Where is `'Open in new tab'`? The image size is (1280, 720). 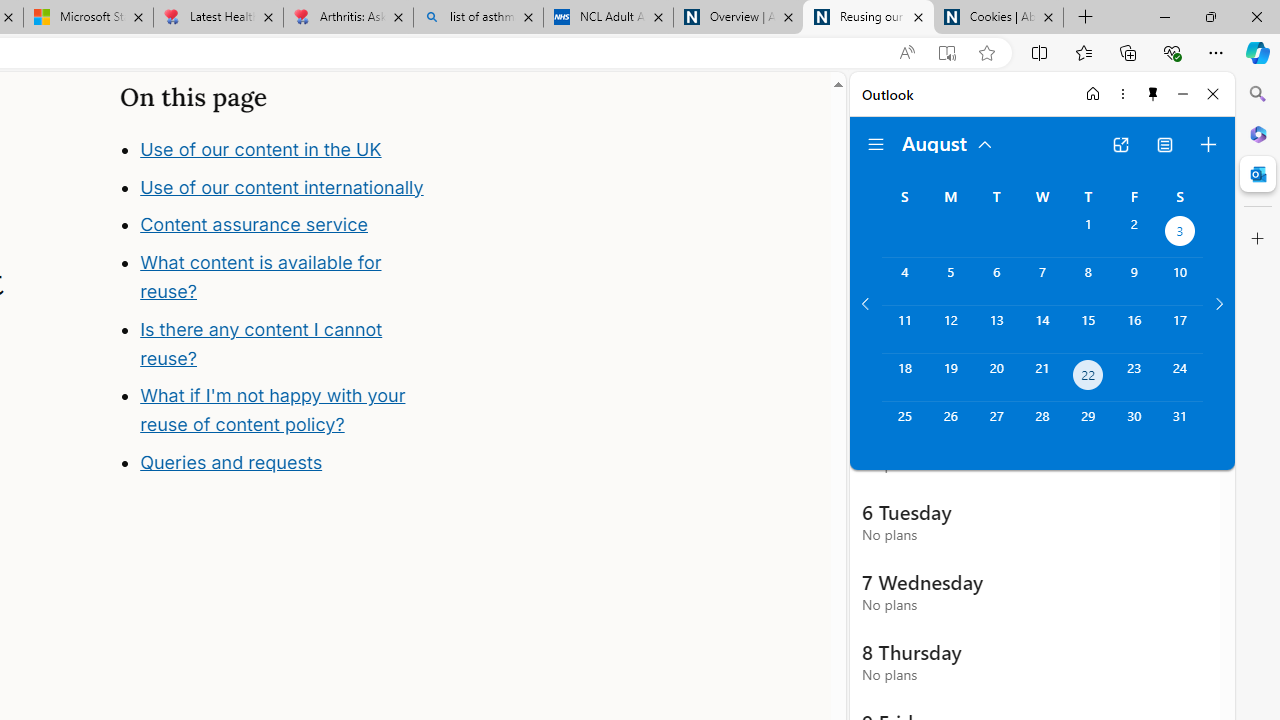 'Open in new tab' is located at coordinates (1120, 144).